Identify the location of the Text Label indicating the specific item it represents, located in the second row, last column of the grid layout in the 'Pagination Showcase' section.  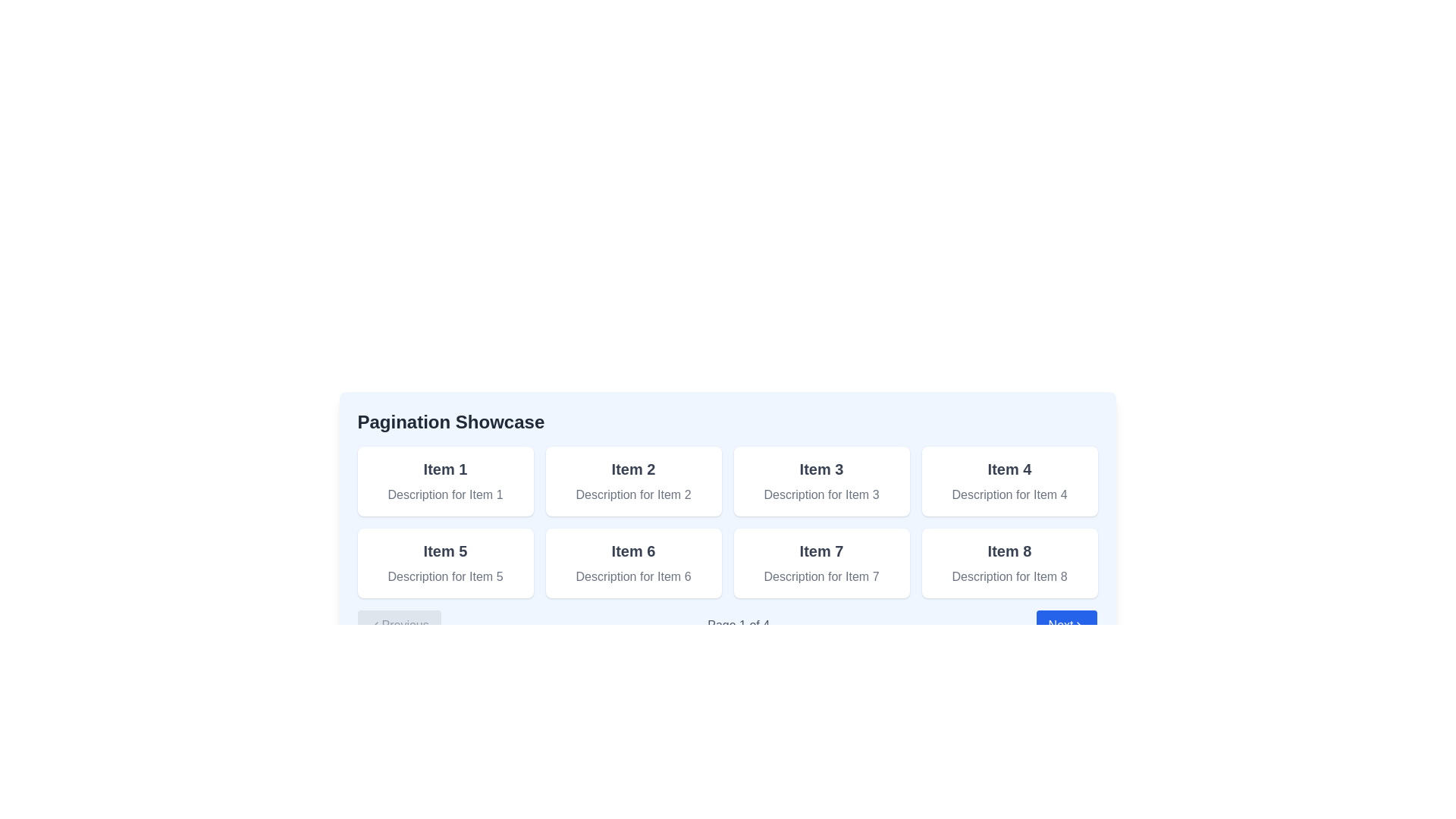
(1009, 551).